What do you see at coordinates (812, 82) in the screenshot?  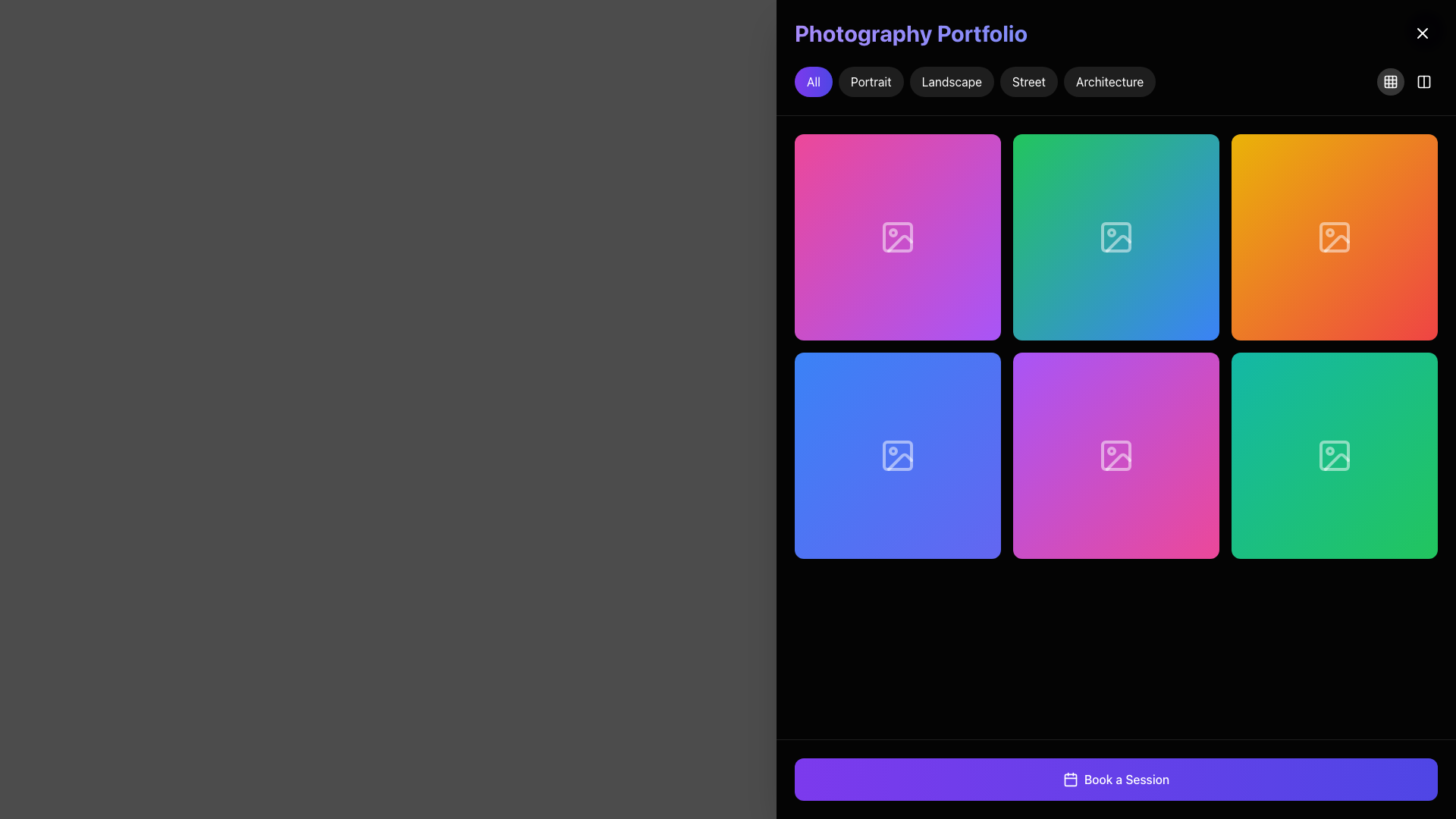 I see `the filter button located at the upper-left corner of the right section of the interface to apply the 'All' filter` at bounding box center [812, 82].